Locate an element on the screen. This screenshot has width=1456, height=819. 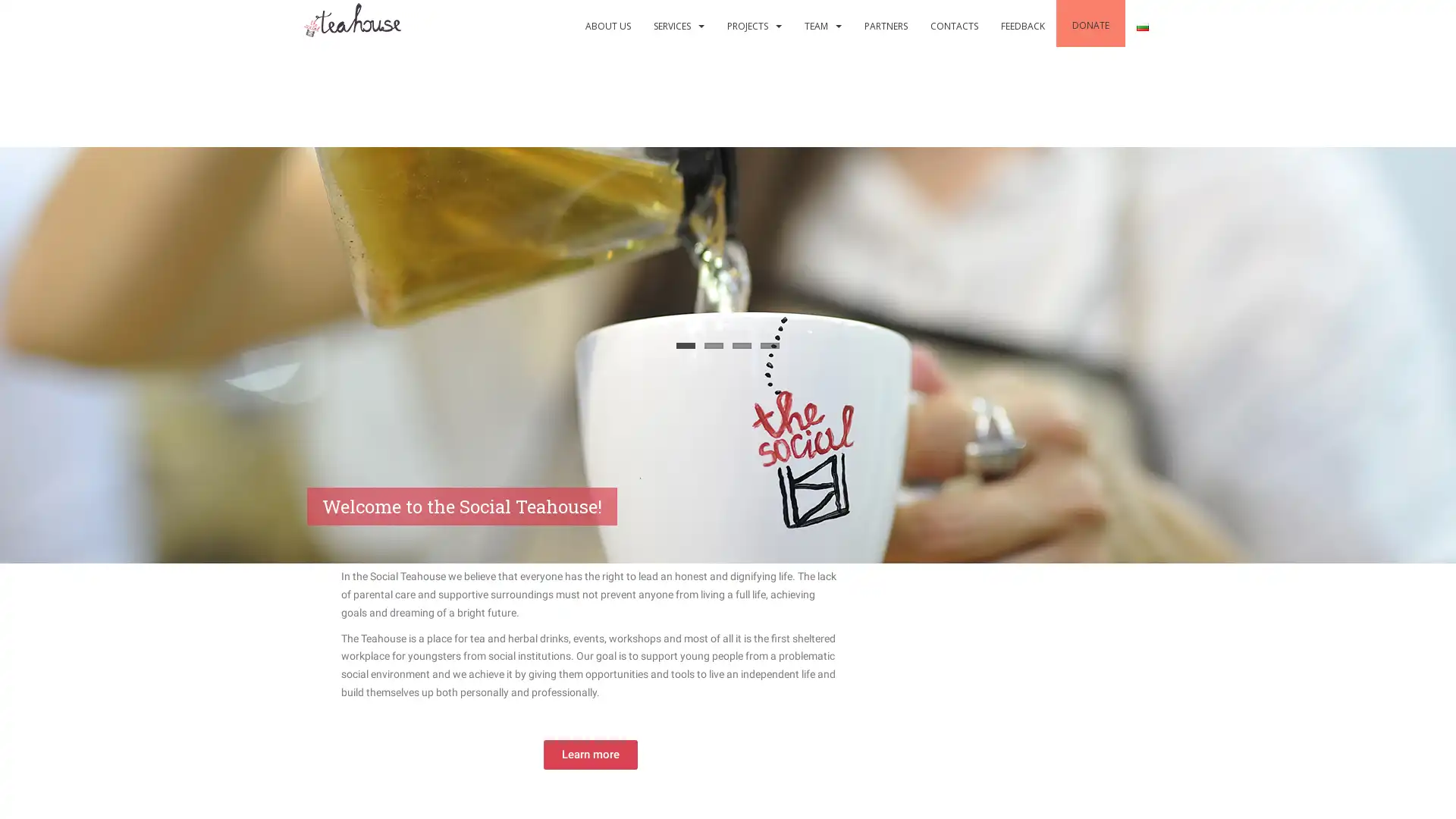
Would you like to support our cause? is located at coordinates (984, 693).